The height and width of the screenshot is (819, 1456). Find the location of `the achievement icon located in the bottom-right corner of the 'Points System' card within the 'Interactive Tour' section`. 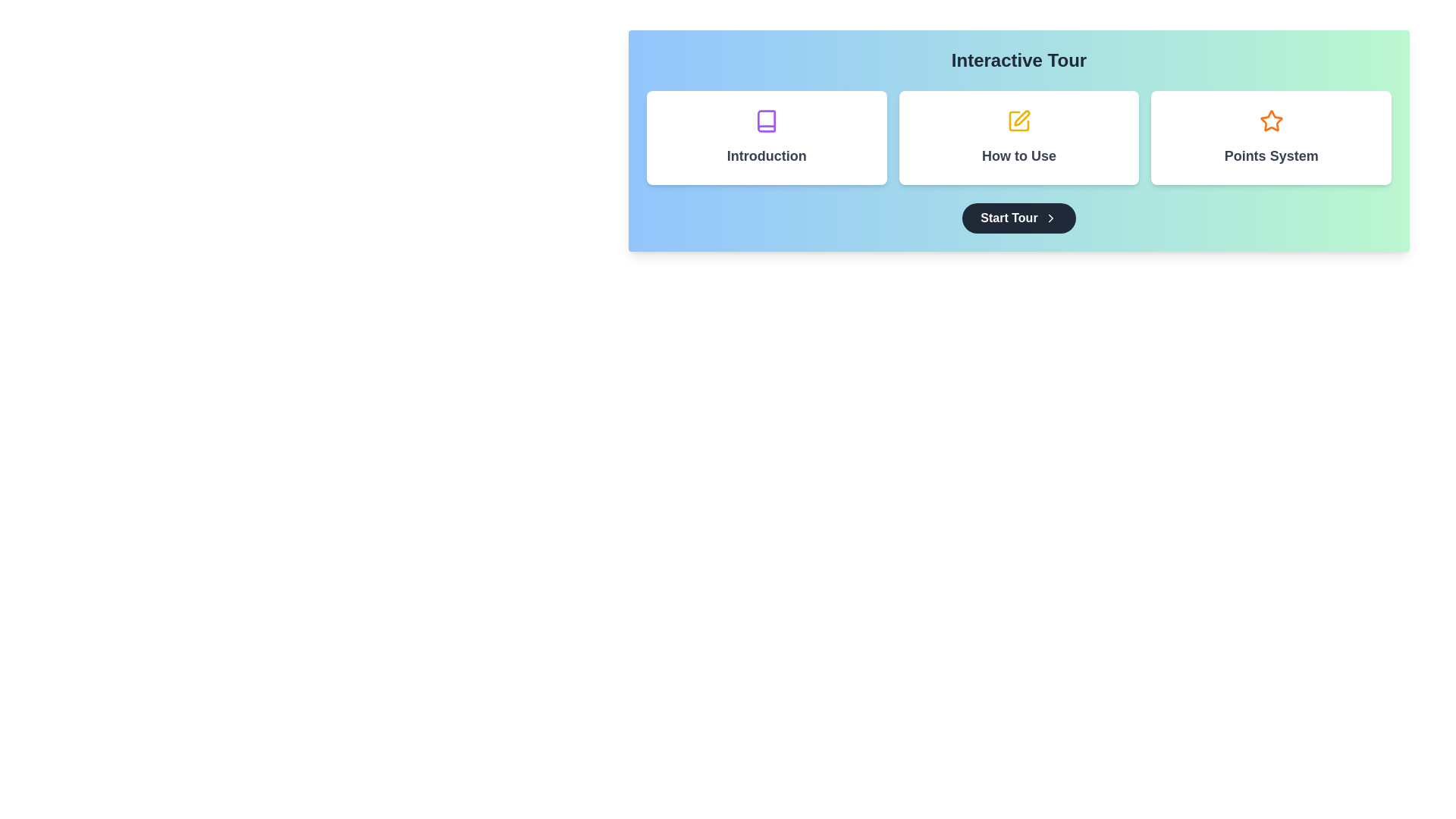

the achievement icon located in the bottom-right corner of the 'Points System' card within the 'Interactive Tour' section is located at coordinates (1271, 120).